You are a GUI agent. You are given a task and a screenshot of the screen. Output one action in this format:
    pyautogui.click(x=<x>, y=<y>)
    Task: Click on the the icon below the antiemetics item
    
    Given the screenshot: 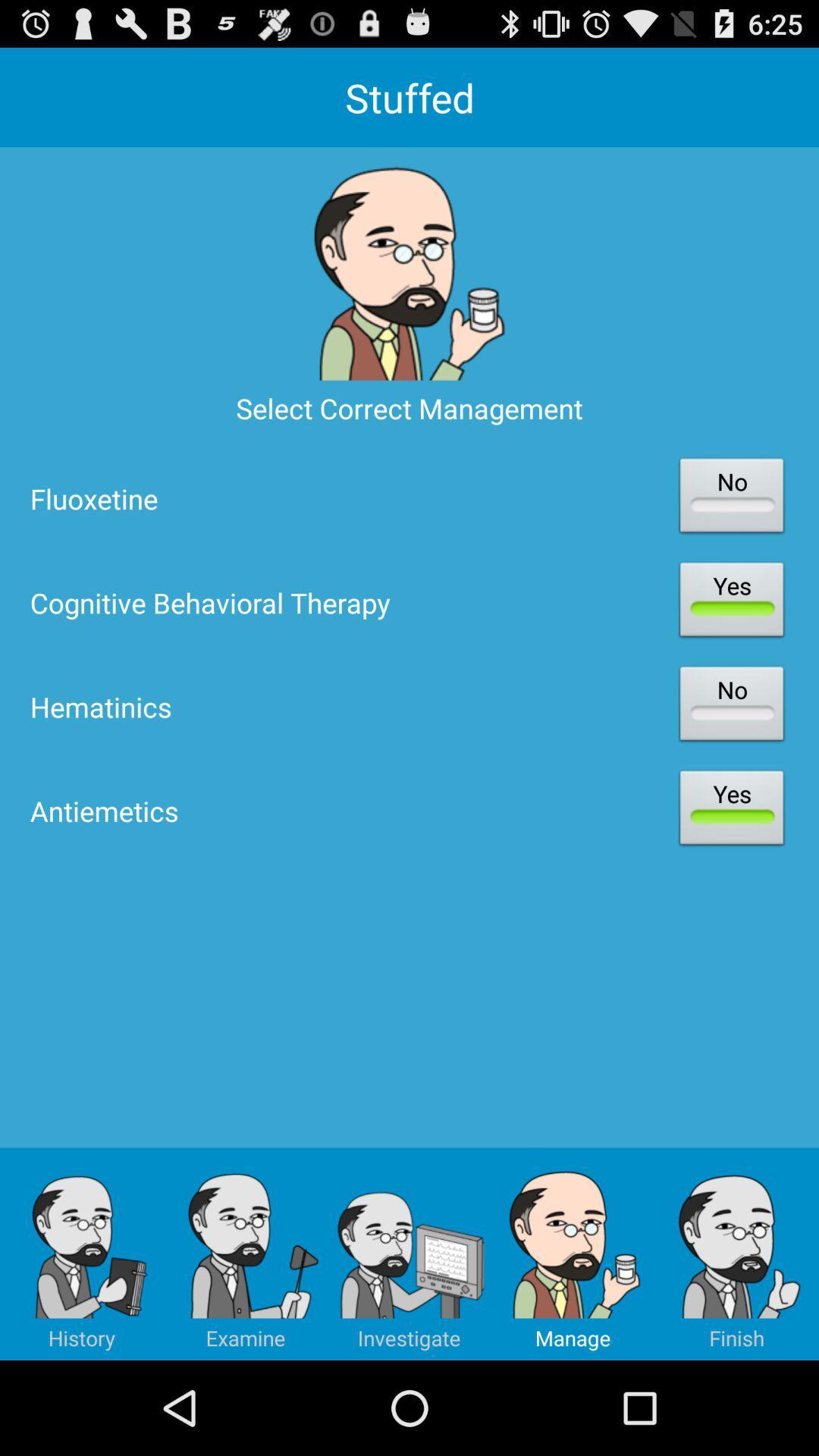 What is the action you would take?
    pyautogui.click(x=409, y=1254)
    